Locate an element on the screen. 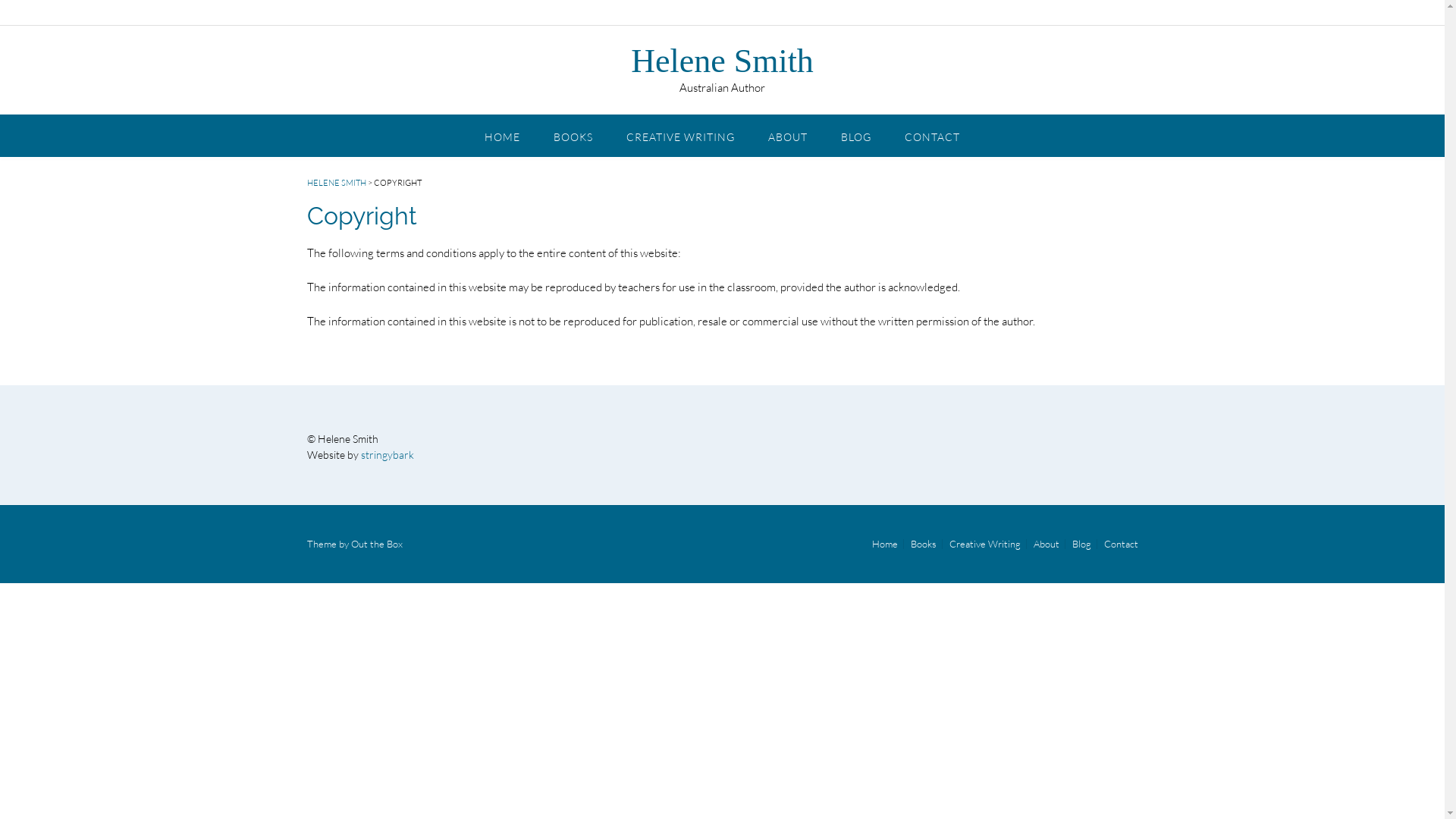 This screenshot has width=1456, height=819. 'stringybark' is located at coordinates (387, 453).